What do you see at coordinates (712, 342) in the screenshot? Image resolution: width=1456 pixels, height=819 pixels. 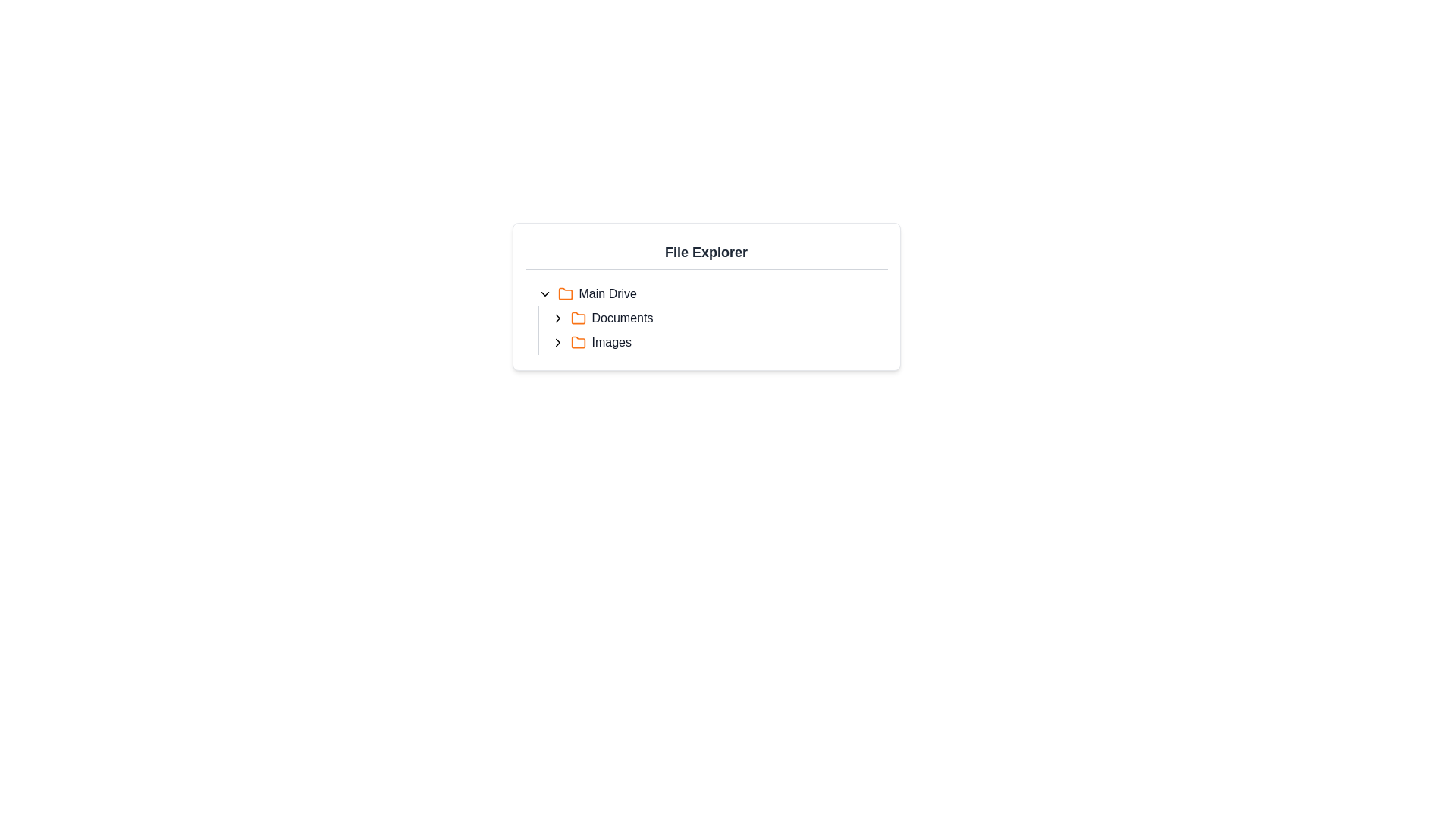 I see `the 'Images' navigation item located directly below the 'Documents' entry` at bounding box center [712, 342].